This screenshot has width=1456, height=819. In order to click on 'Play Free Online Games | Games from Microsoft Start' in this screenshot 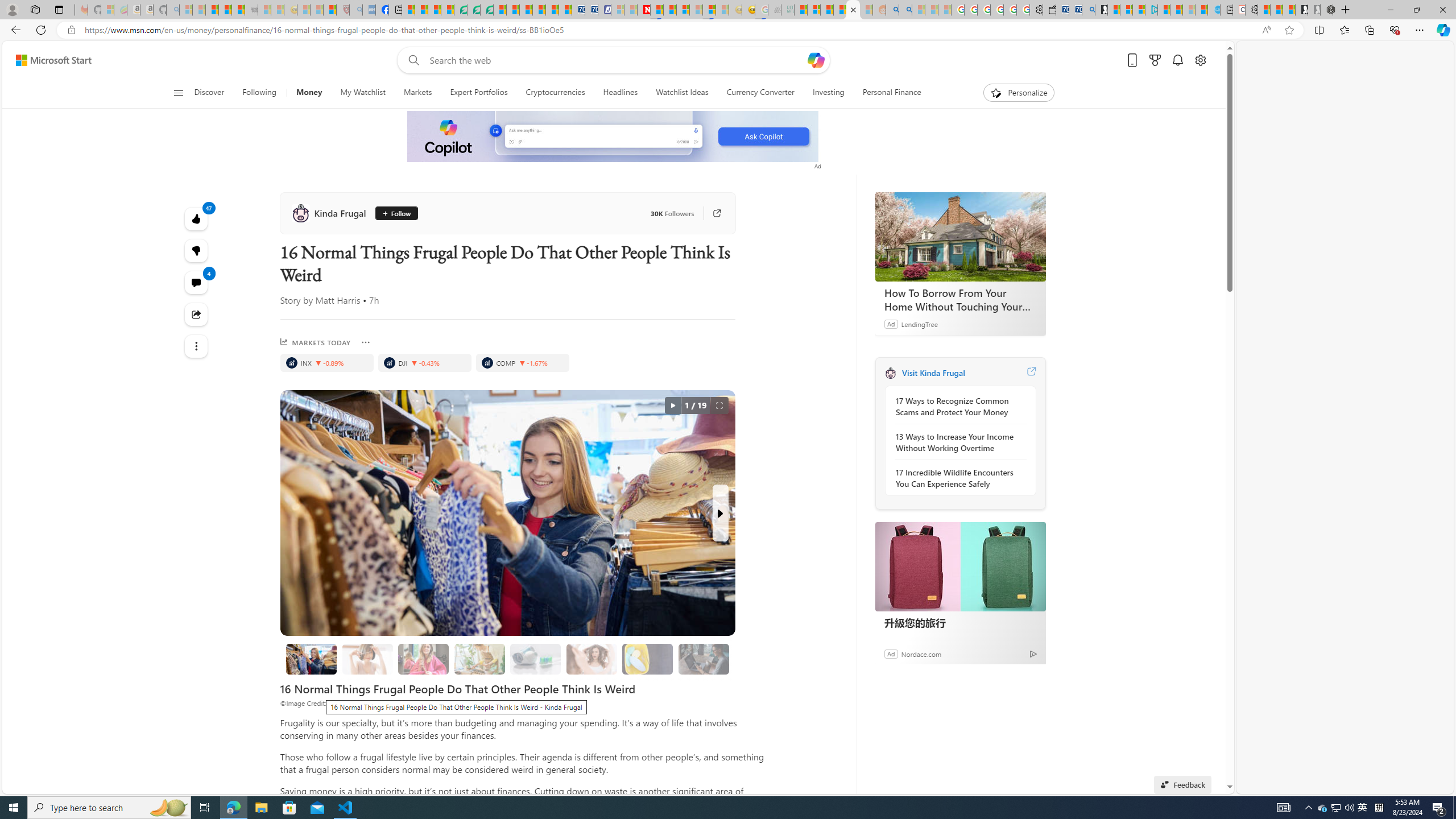, I will do `click(1301, 9)`.